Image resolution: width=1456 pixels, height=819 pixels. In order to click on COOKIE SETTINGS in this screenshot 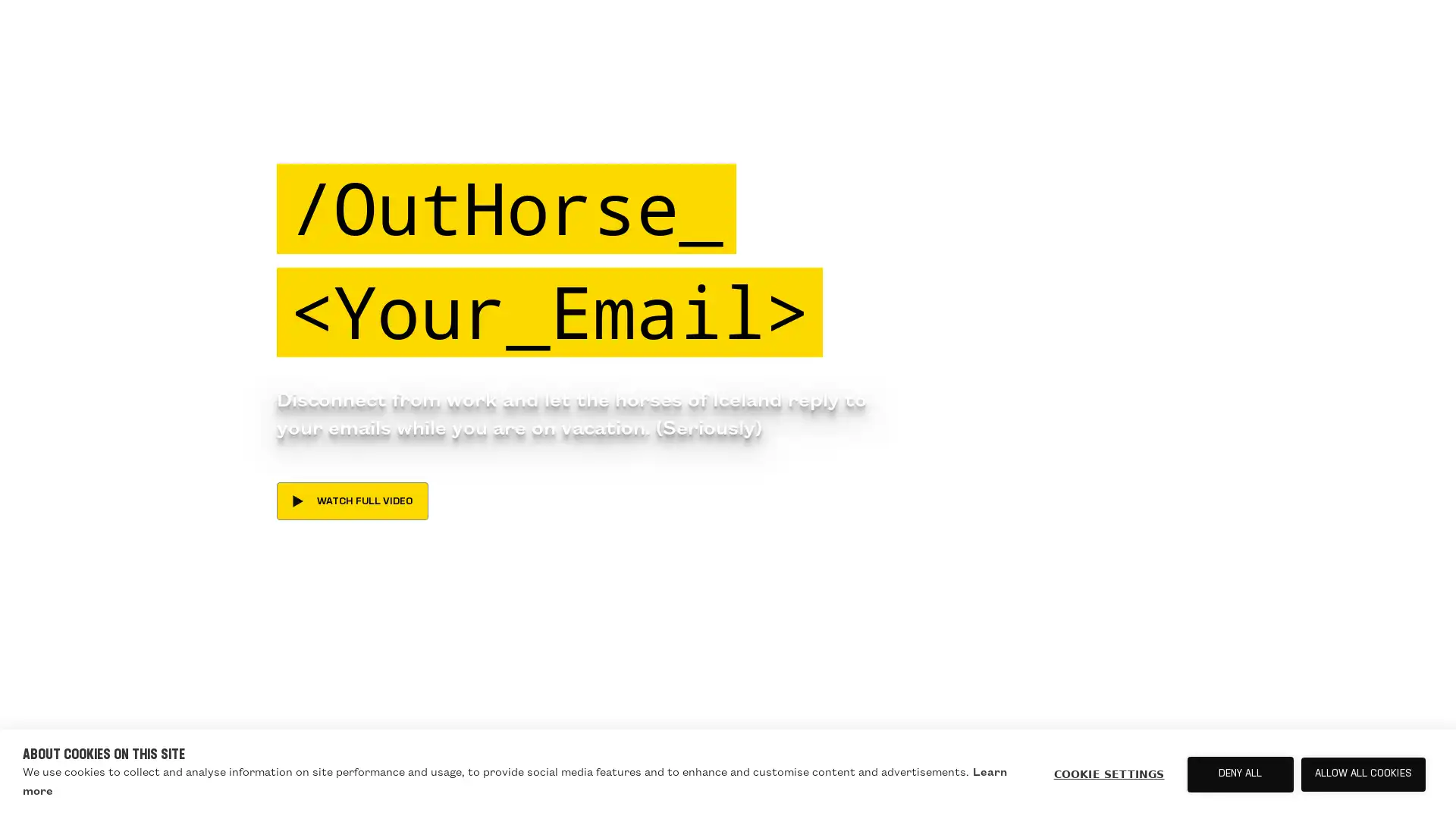, I will do `click(1109, 773)`.